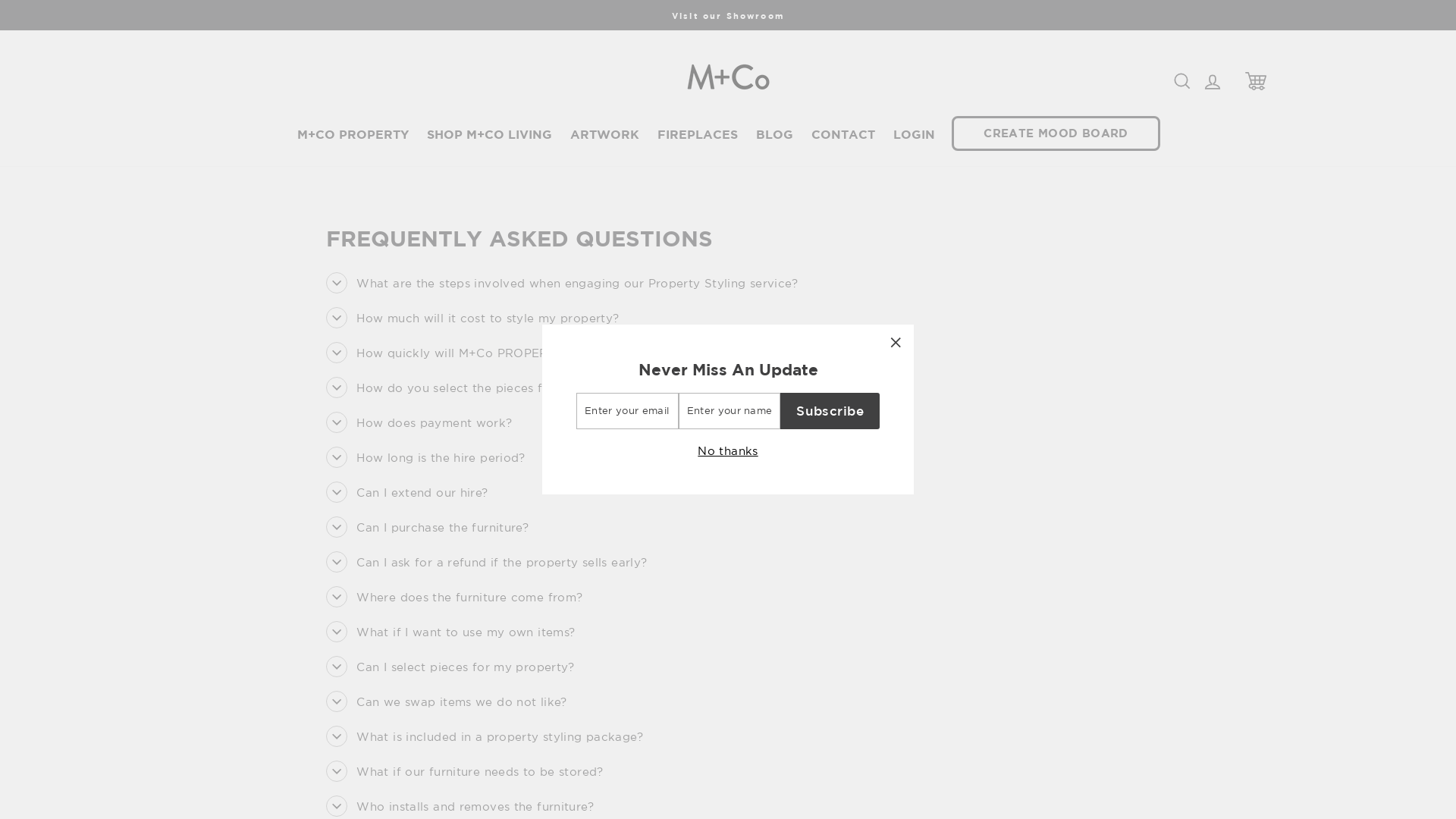 This screenshot has height=819, width=1456. I want to click on 'ARTWORK', so click(604, 133).